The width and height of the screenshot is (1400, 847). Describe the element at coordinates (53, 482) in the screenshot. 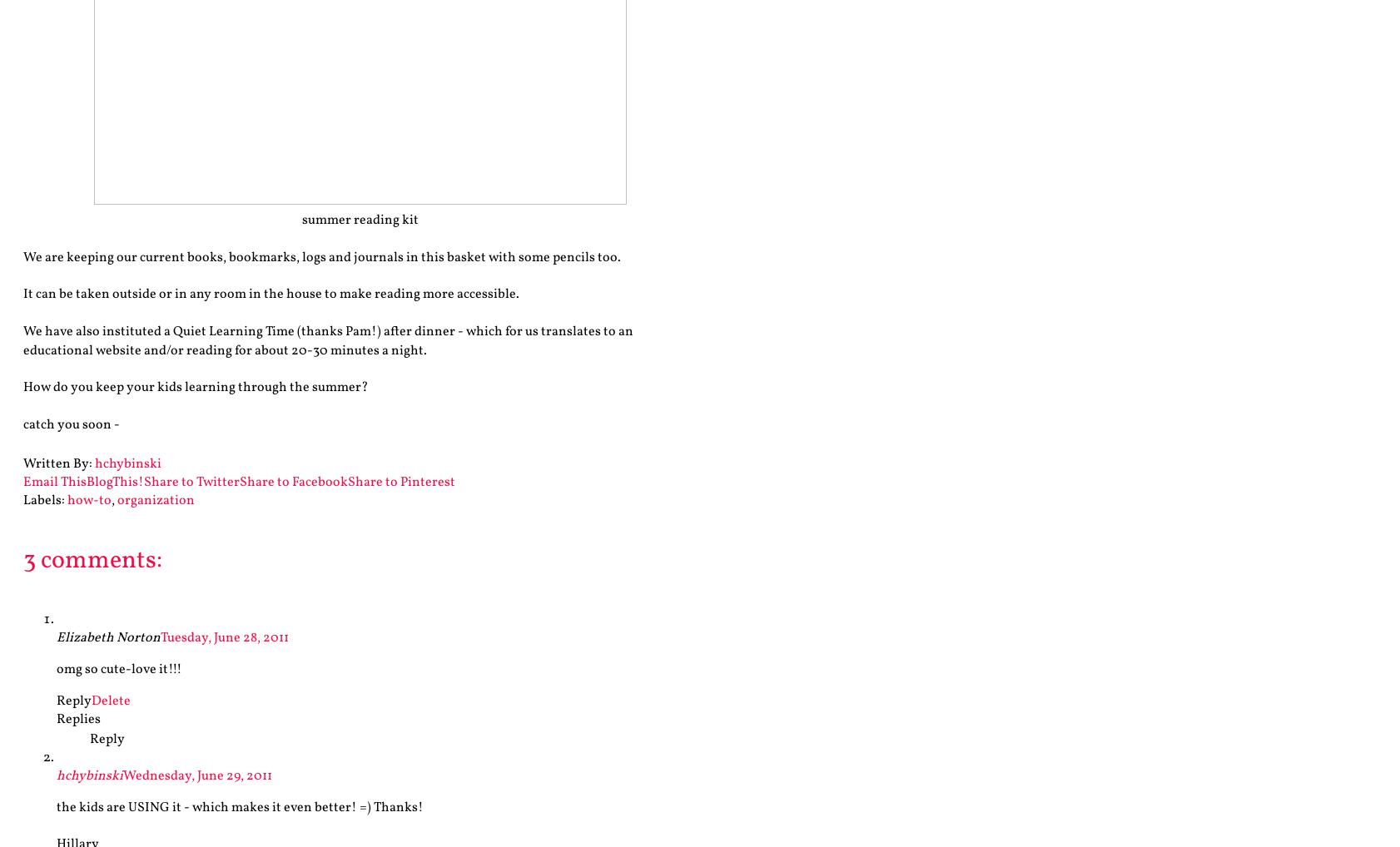

I see `'Email This'` at that location.